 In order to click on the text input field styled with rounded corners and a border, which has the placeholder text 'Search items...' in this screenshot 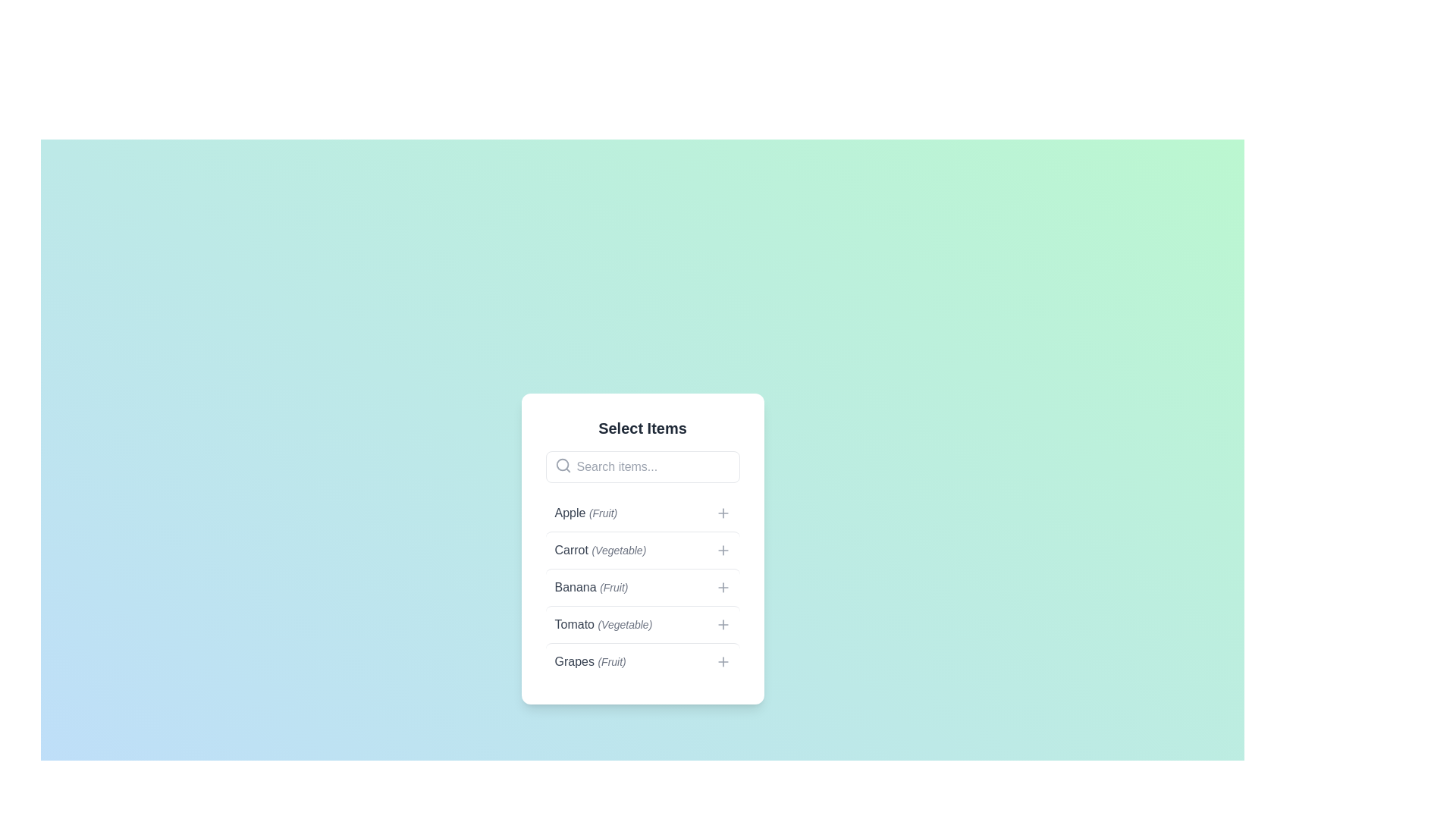, I will do `click(642, 466)`.